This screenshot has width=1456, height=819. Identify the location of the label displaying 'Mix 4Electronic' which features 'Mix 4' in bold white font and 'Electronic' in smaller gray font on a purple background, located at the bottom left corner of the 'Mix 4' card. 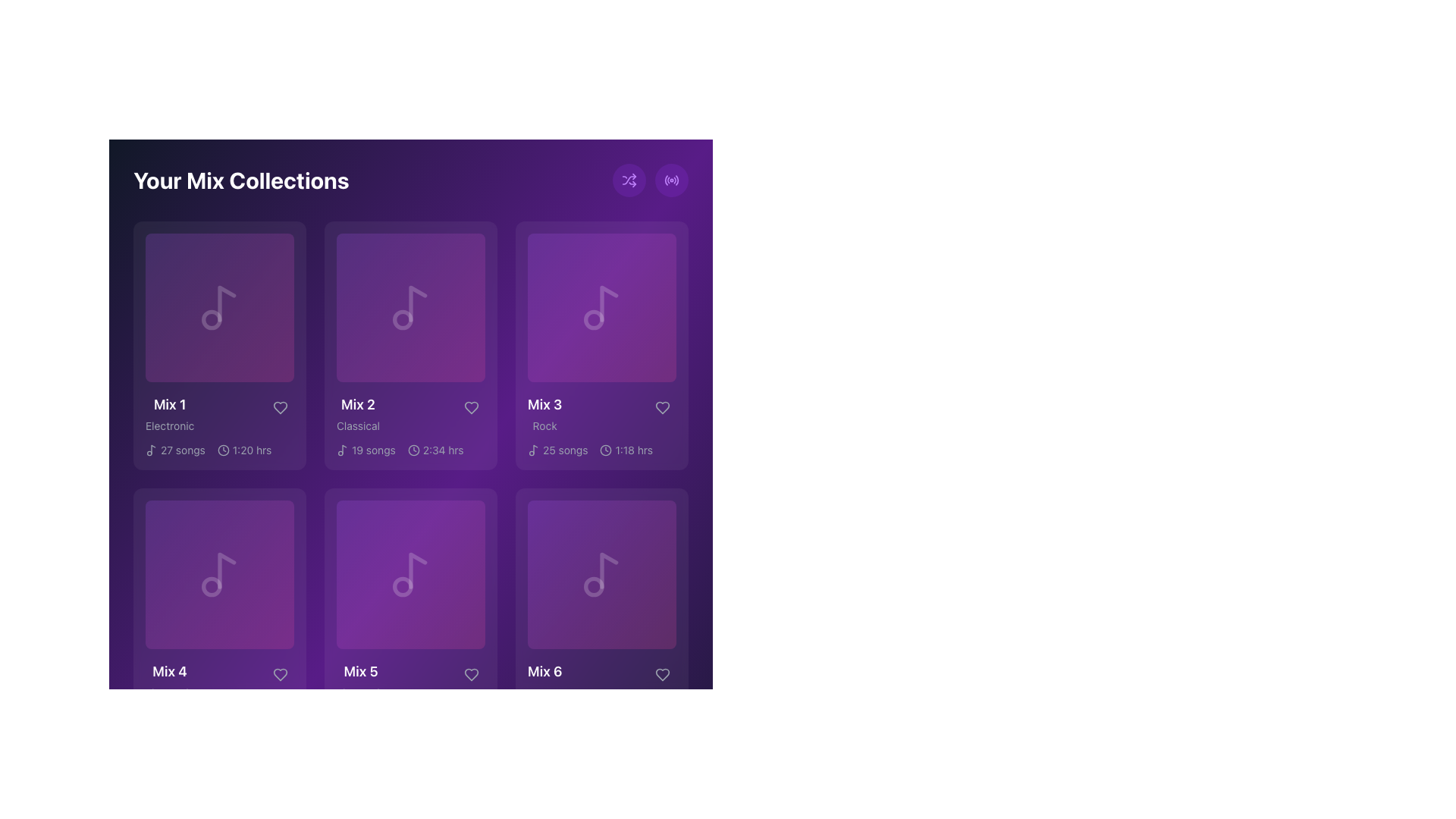
(170, 680).